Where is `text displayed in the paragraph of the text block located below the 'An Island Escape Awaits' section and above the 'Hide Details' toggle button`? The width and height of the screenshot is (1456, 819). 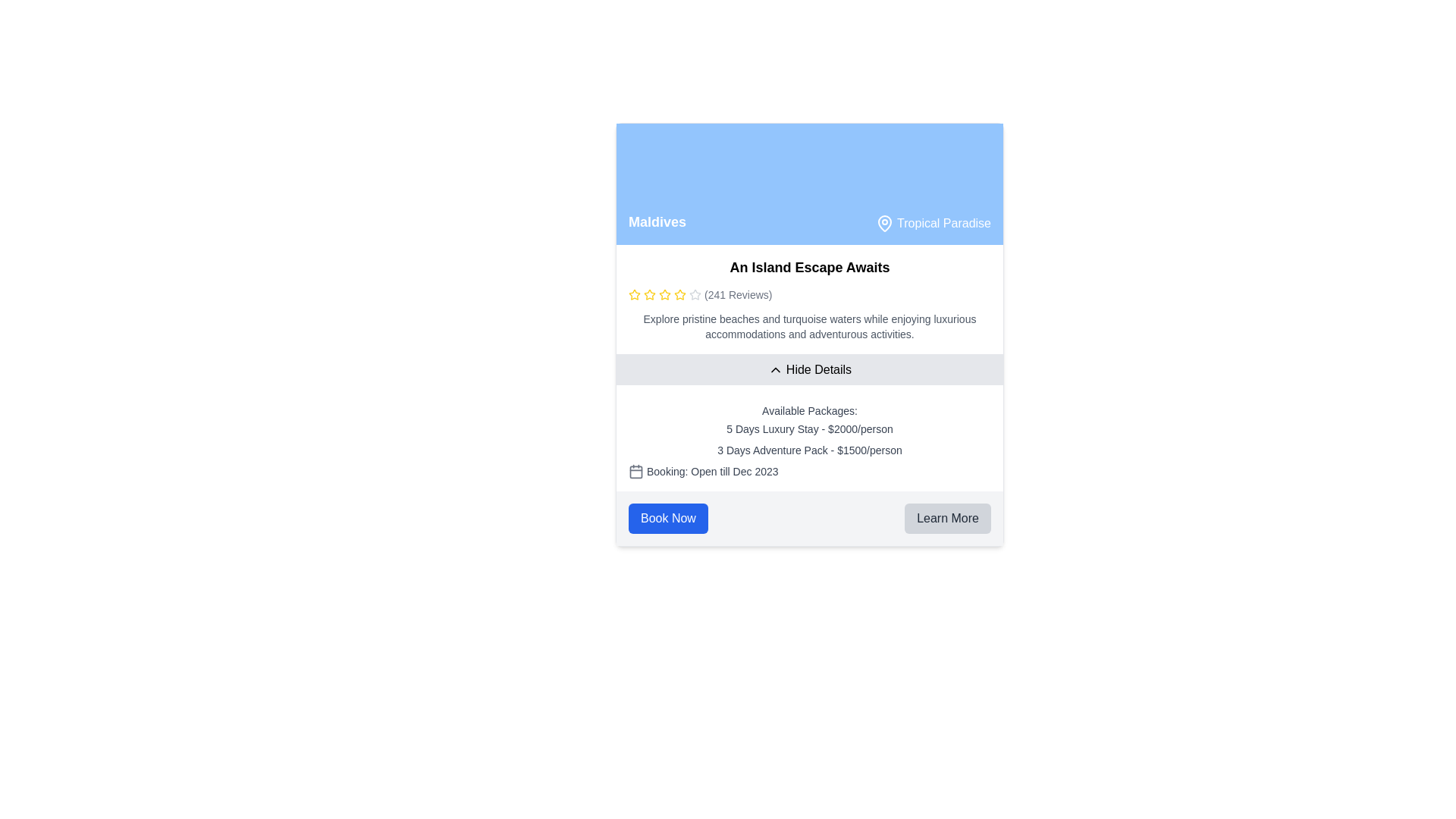 text displayed in the paragraph of the text block located below the 'An Island Escape Awaits' section and above the 'Hide Details' toggle button is located at coordinates (809, 326).